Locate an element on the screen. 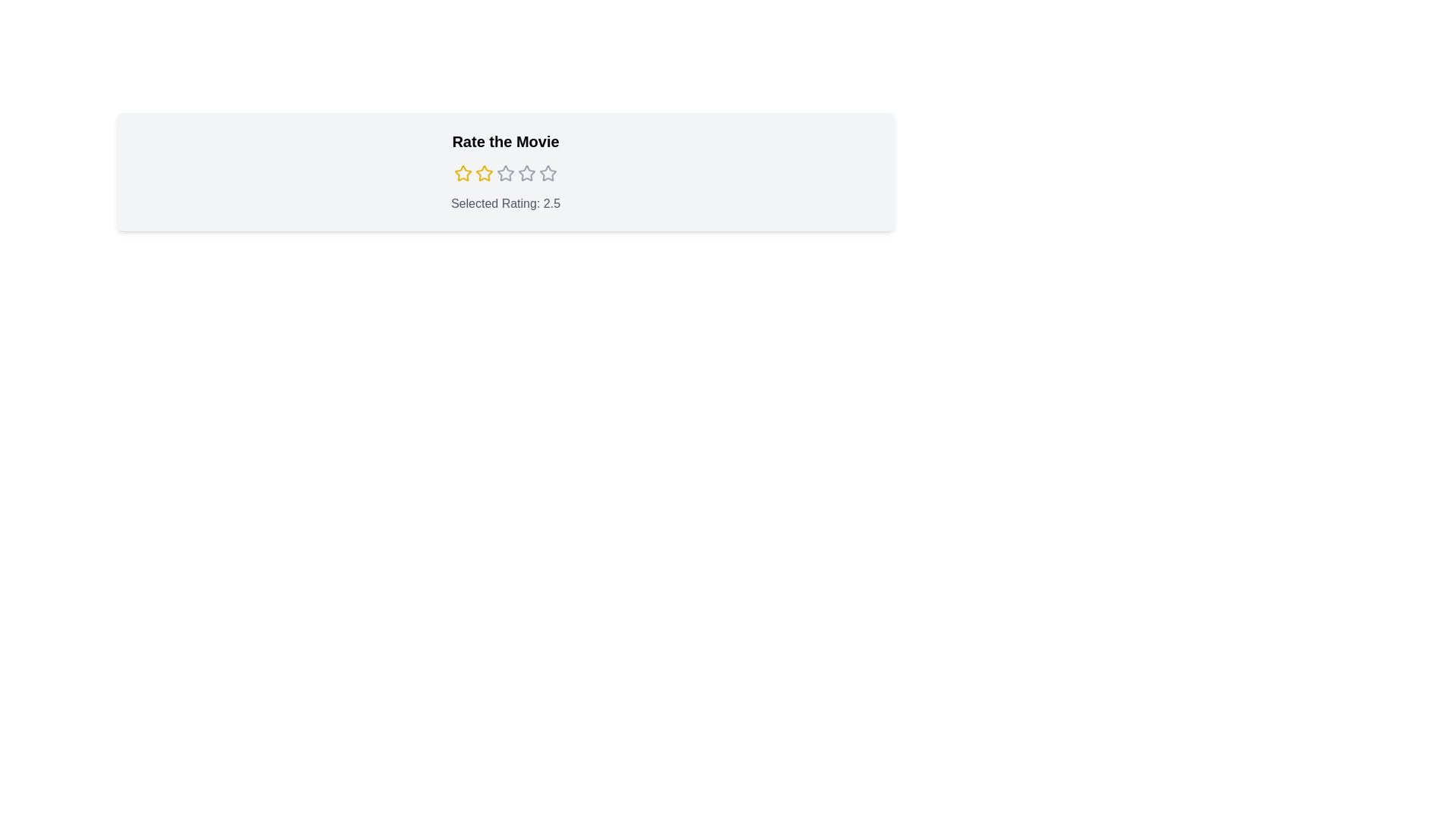 The height and width of the screenshot is (819, 1456). the gray star icon with a hollow center, which is the third star from the left in the horizontal rating bar, to trigger a visual cue is located at coordinates (506, 172).